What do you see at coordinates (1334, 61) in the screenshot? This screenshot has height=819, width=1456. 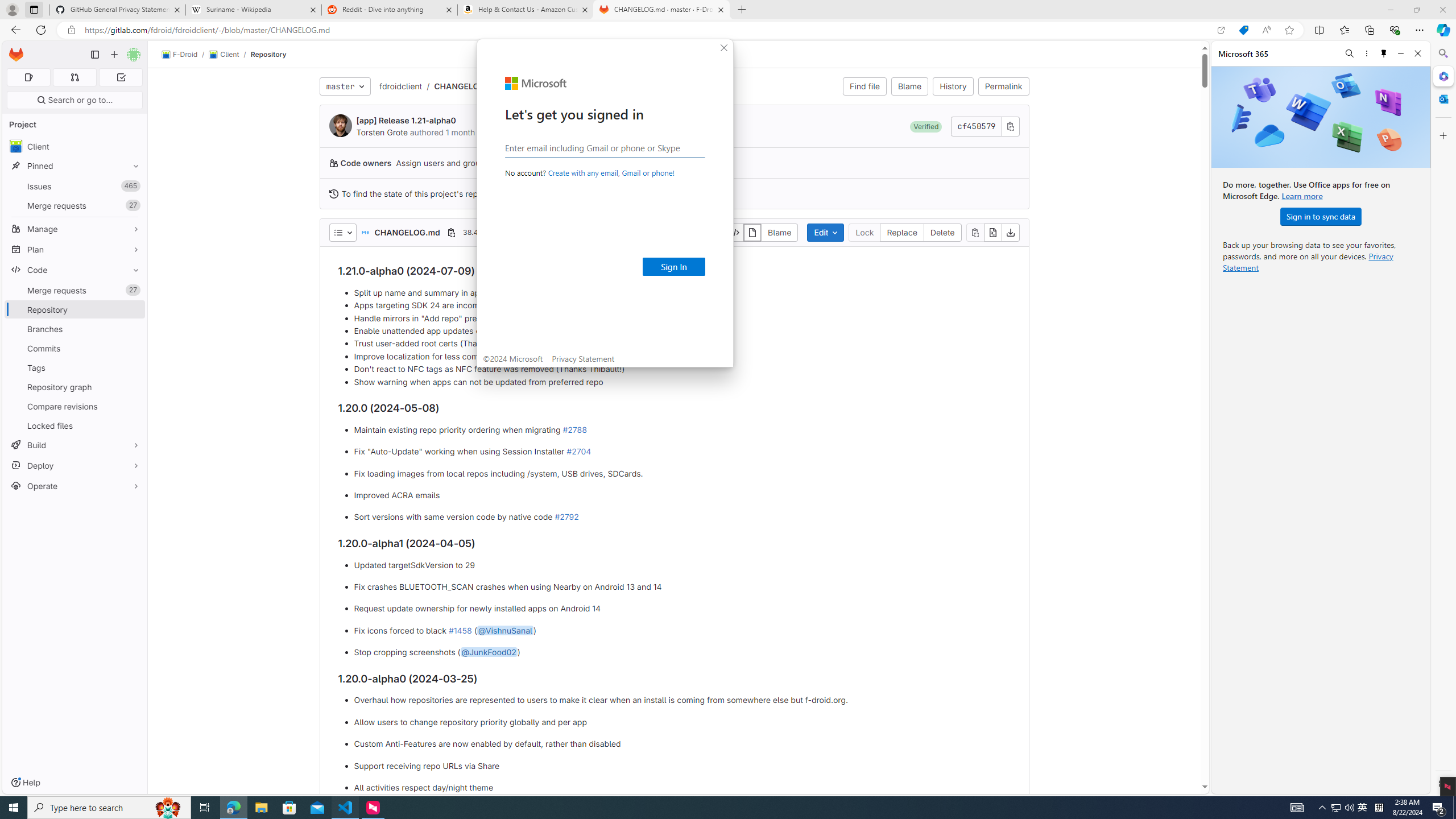 I see `'Next Match (Enter)'` at bounding box center [1334, 61].